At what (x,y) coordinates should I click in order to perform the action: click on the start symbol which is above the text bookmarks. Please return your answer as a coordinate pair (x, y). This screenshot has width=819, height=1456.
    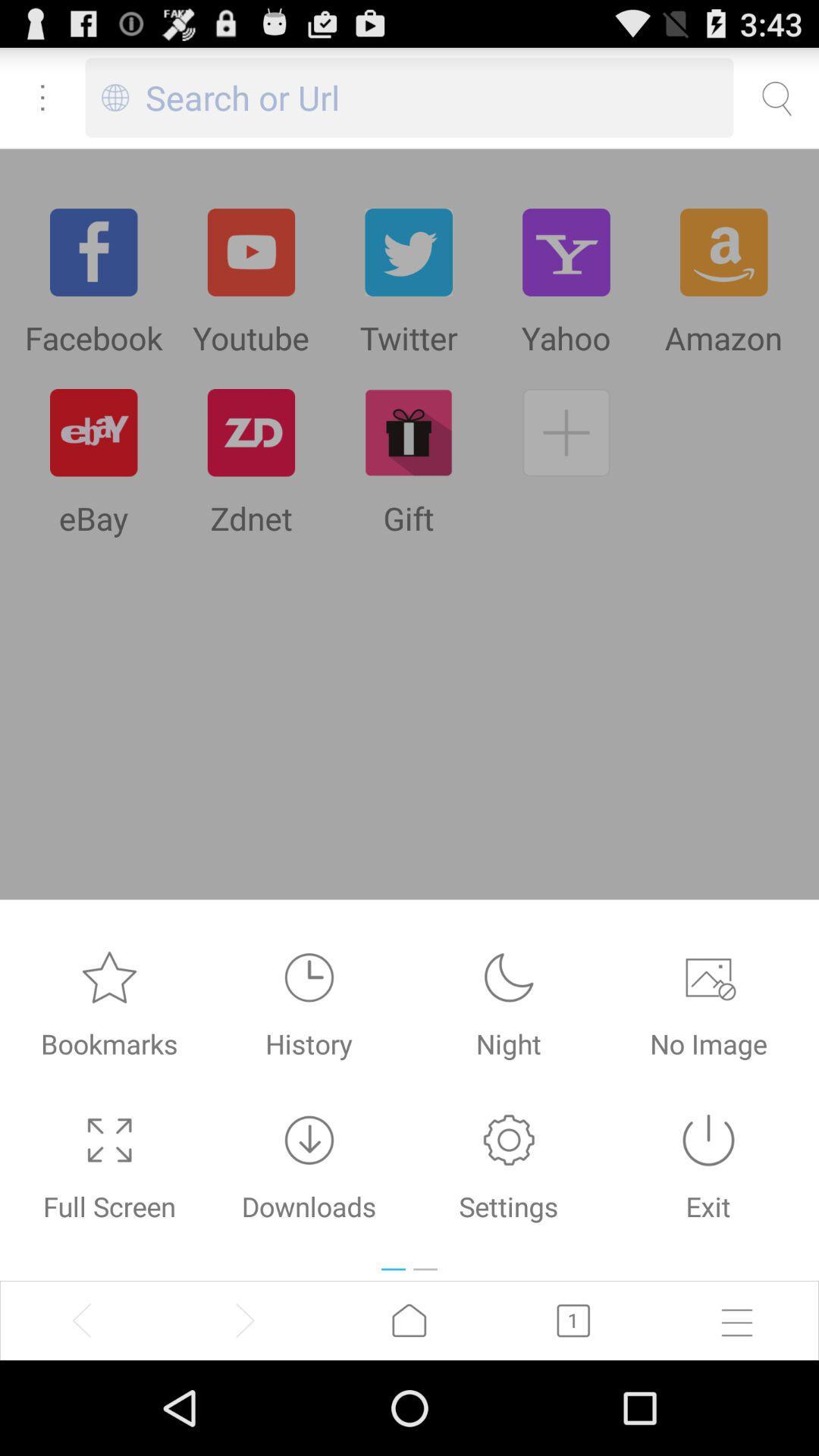
    Looking at the image, I should click on (109, 977).